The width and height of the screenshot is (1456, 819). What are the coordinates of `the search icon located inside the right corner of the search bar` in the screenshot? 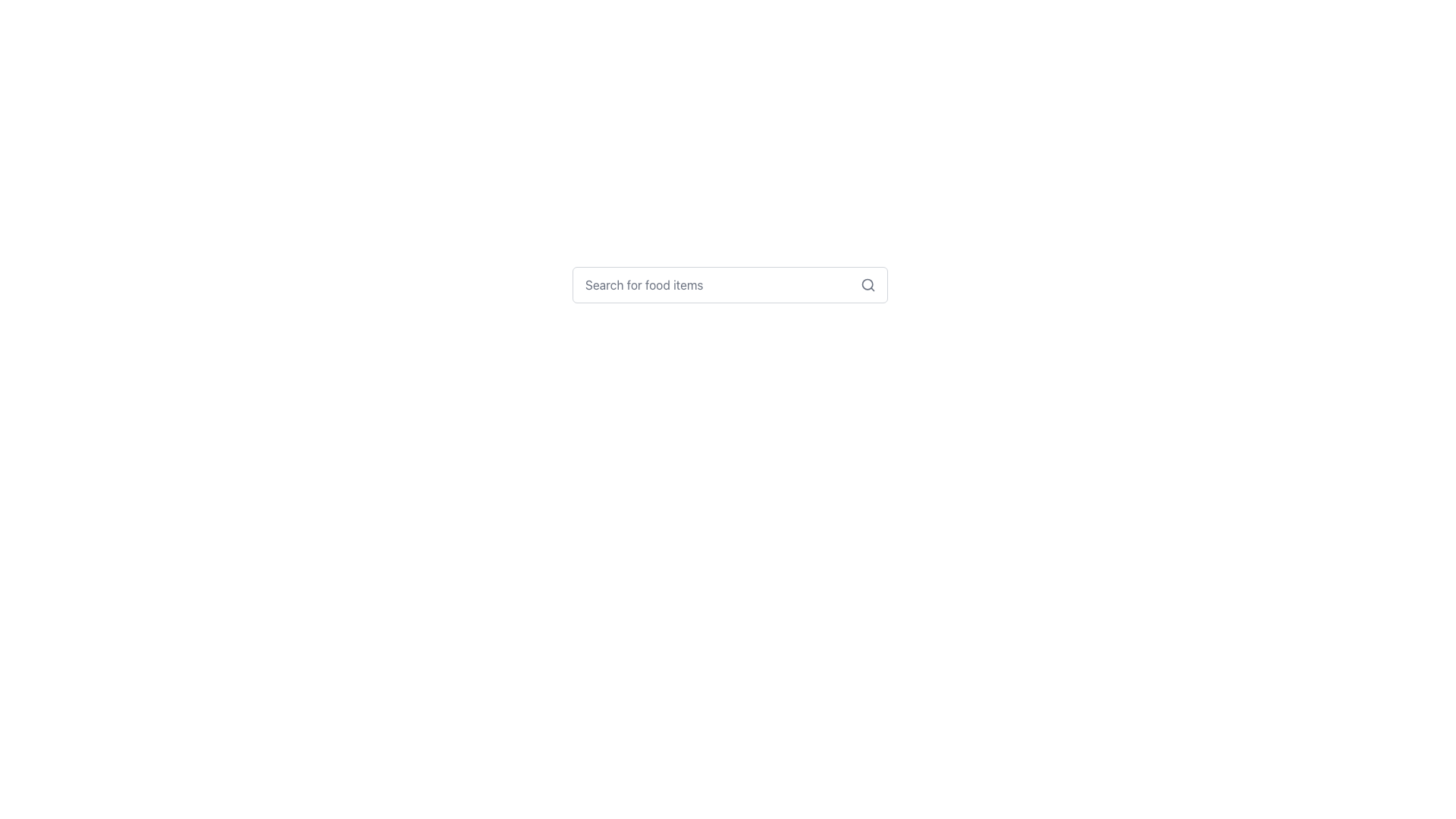 It's located at (868, 284).